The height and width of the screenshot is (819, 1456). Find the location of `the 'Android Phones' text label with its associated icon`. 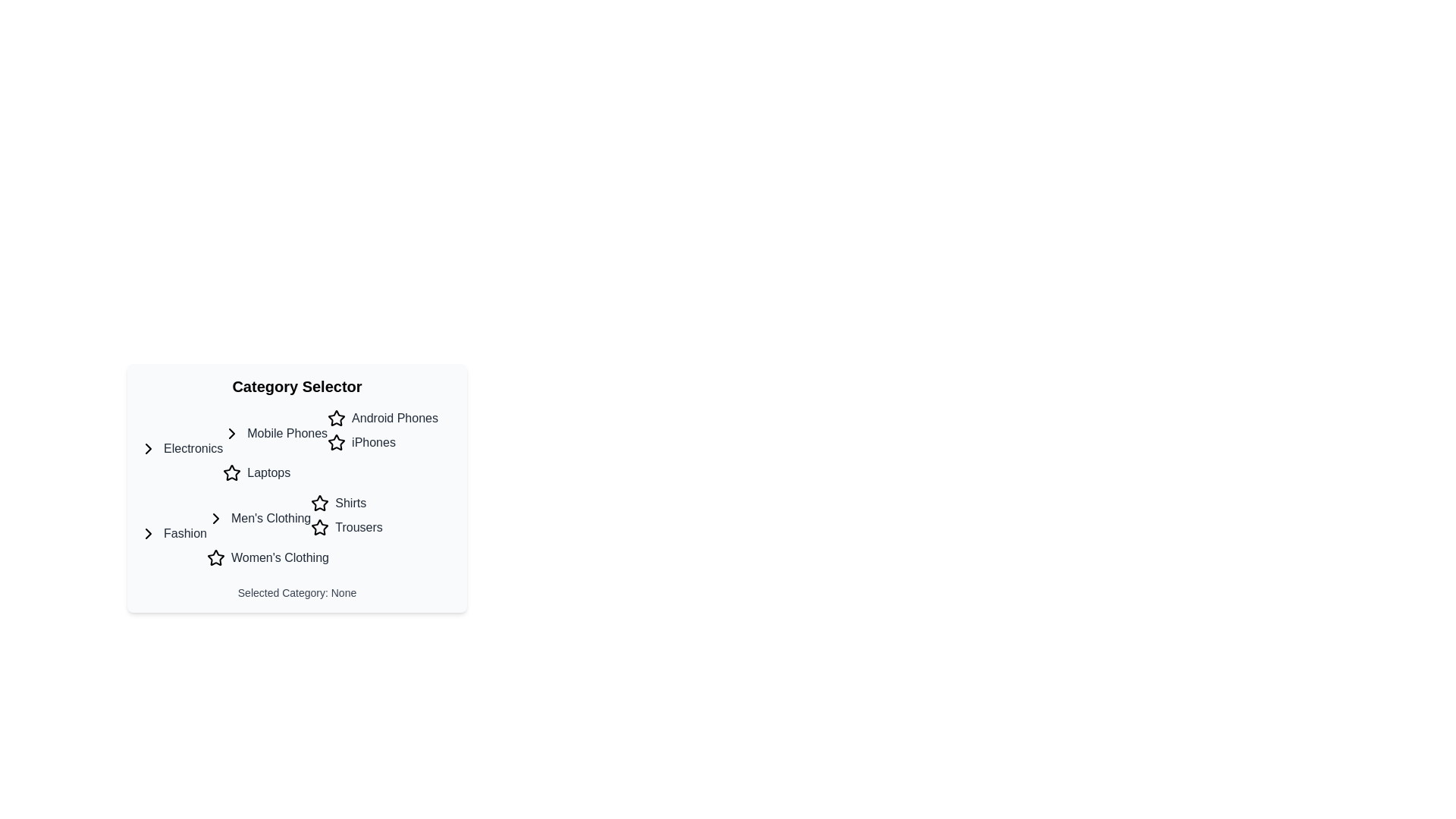

the 'Android Phones' text label with its associated icon is located at coordinates (382, 418).